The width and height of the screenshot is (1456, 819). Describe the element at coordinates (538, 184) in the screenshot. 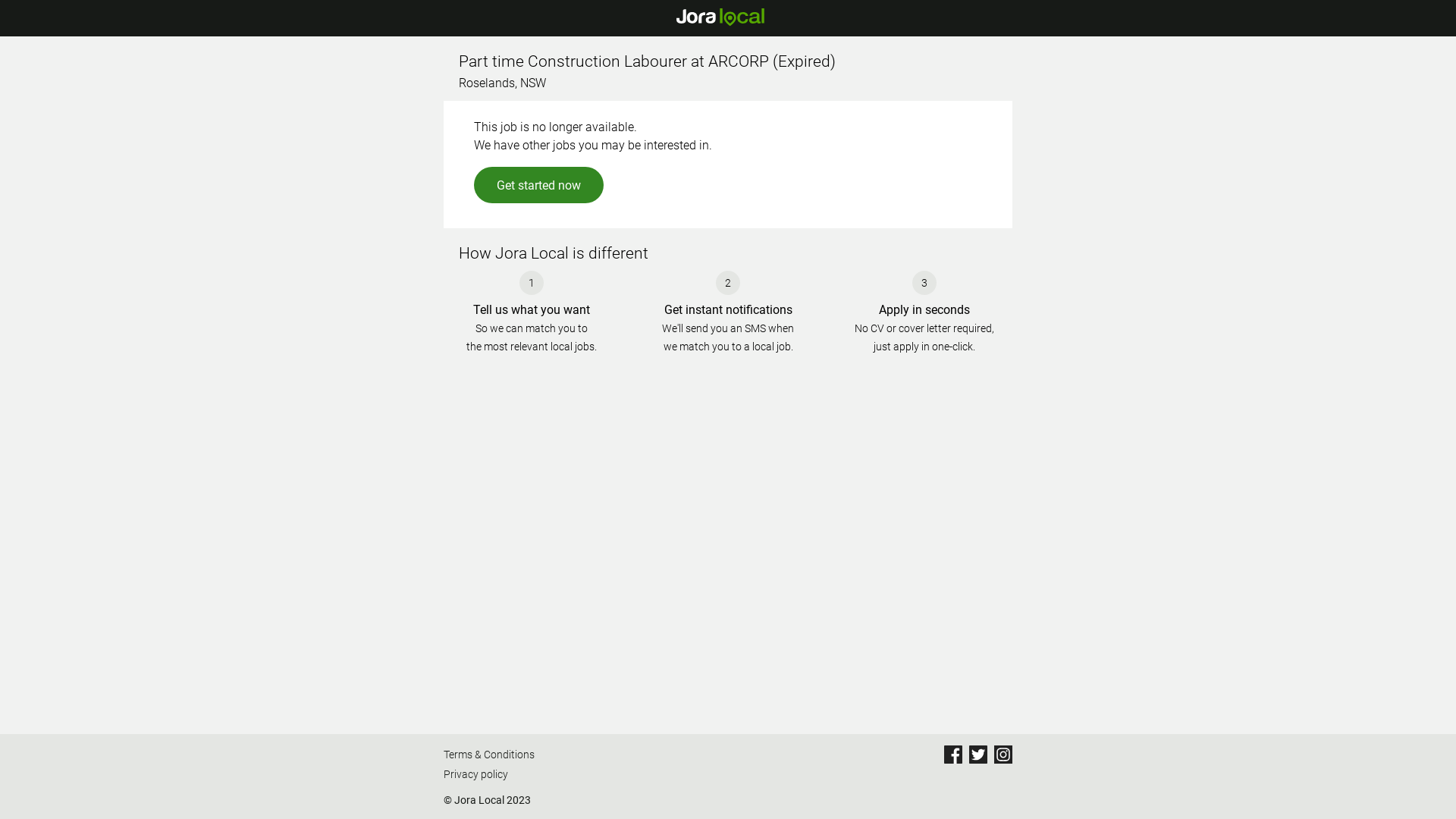

I see `'Get started now'` at that location.